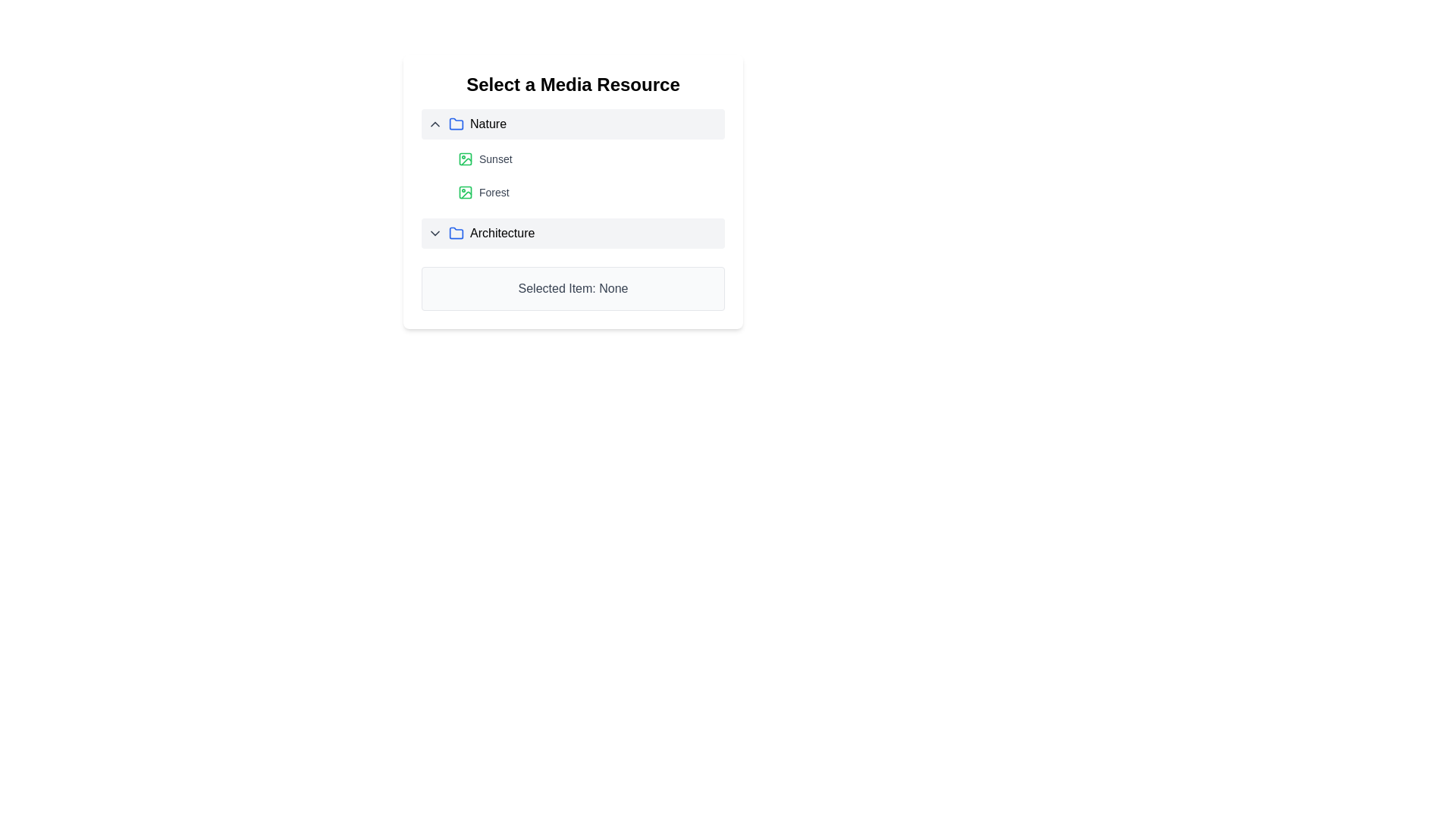 The width and height of the screenshot is (1456, 819). What do you see at coordinates (488, 124) in the screenshot?
I see `the text label 'Nature', which is displayed in bold style and associated with a blue folder icon, to trigger tooltip or visual feedback` at bounding box center [488, 124].